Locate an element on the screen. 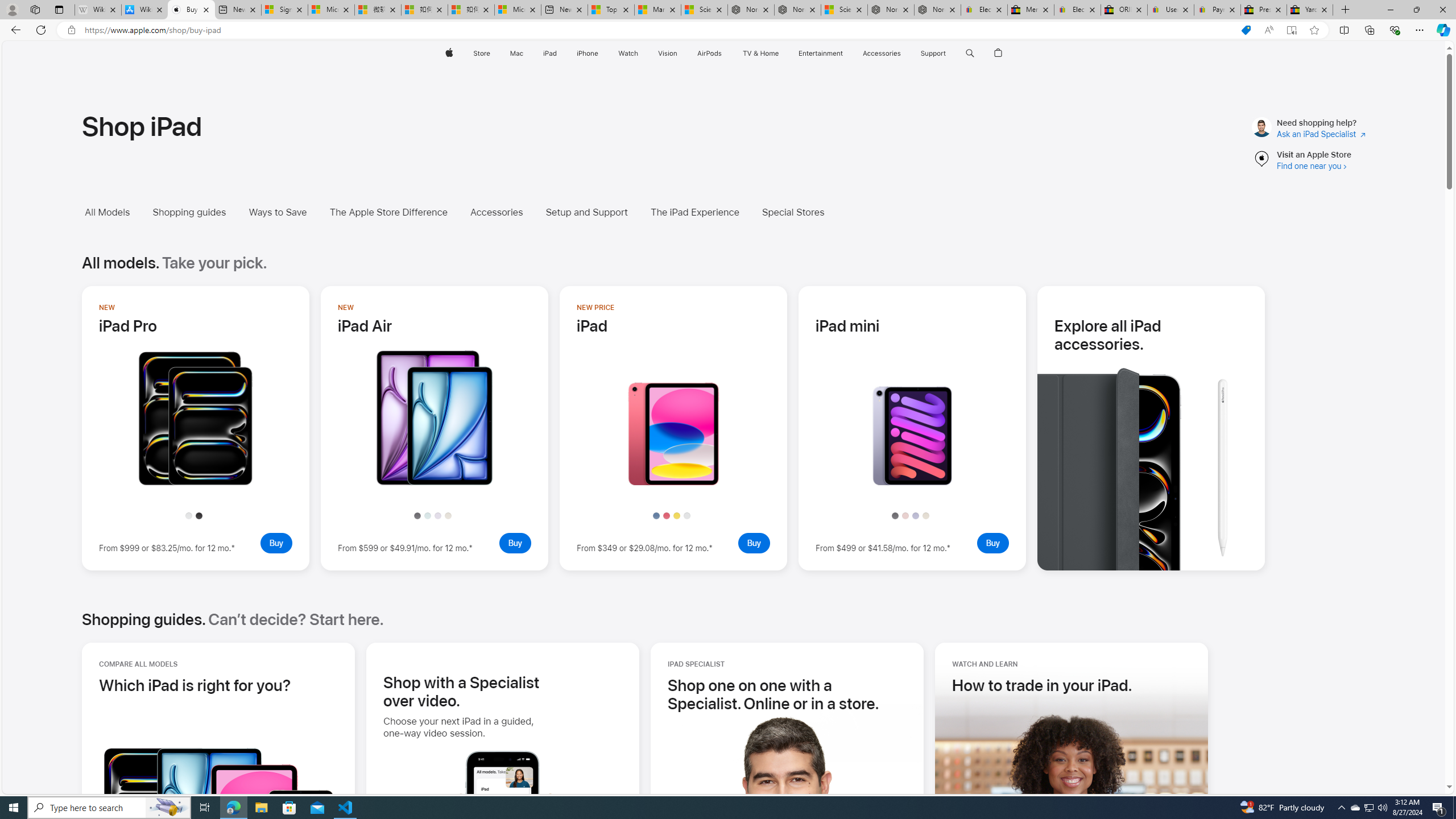  'Support' is located at coordinates (932, 53).